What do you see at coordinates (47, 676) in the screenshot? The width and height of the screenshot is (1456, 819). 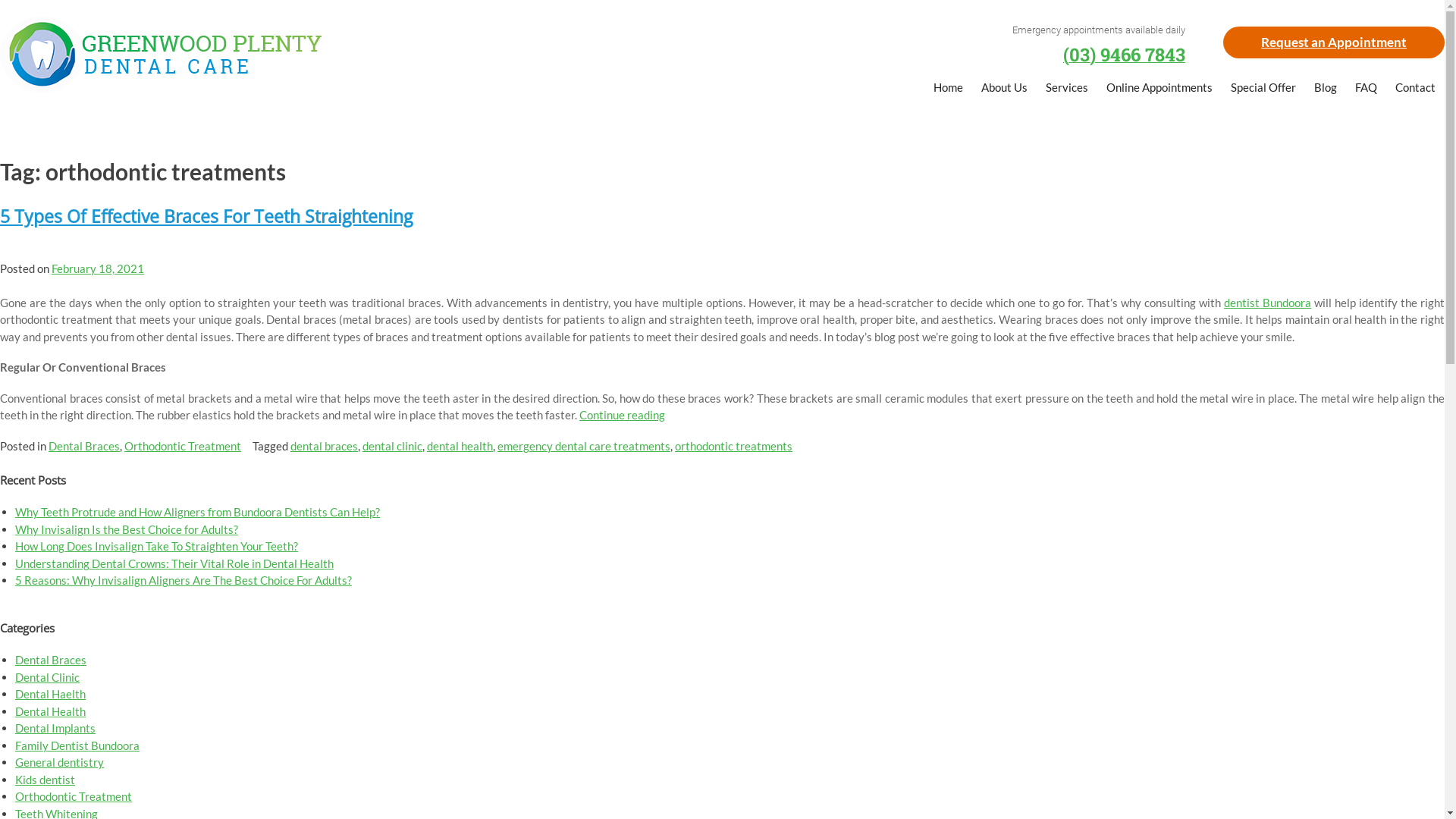 I see `'Dental Clinic'` at bounding box center [47, 676].